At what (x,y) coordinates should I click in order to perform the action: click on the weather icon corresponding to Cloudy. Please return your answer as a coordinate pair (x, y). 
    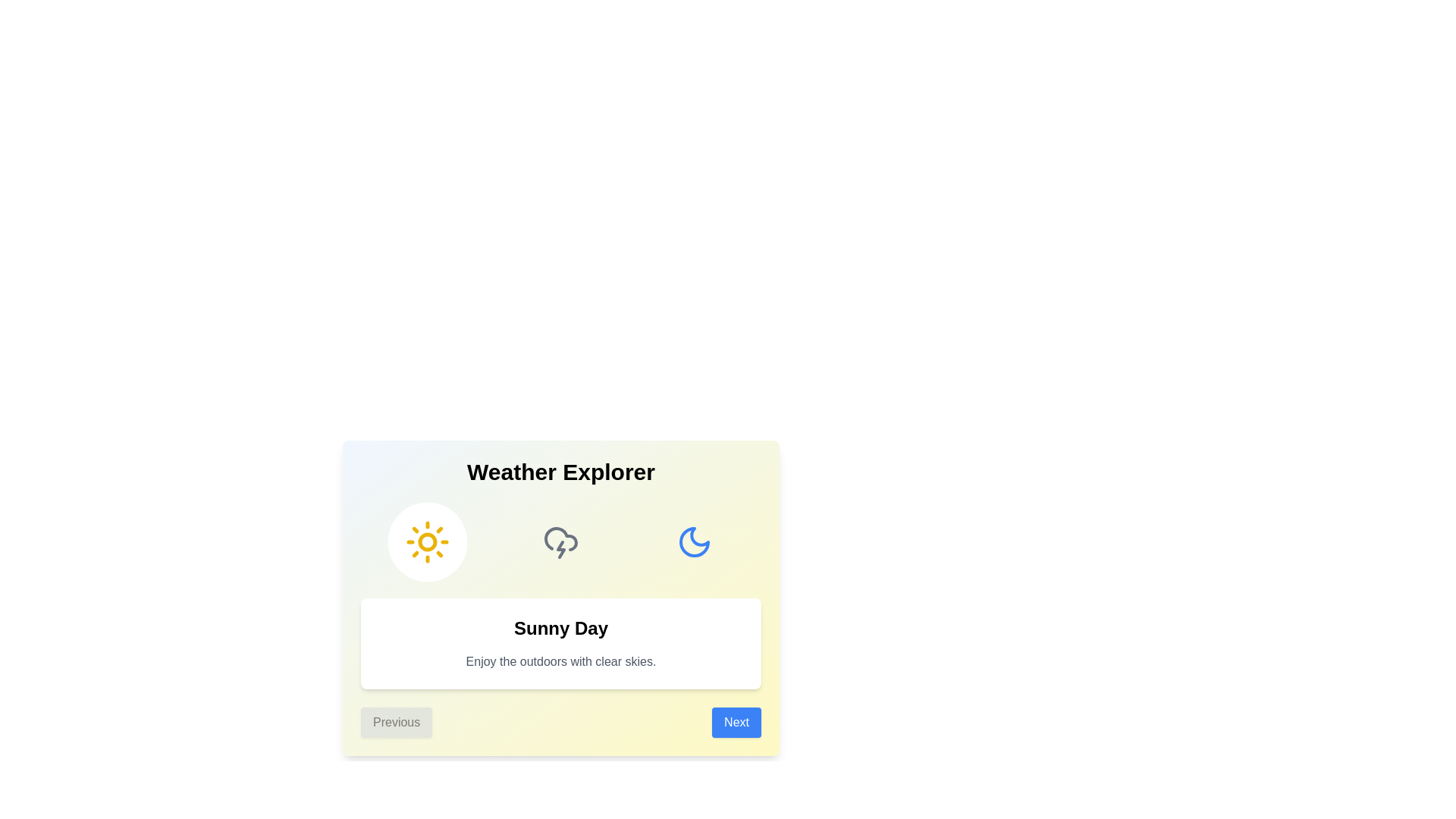
    Looking at the image, I should click on (560, 541).